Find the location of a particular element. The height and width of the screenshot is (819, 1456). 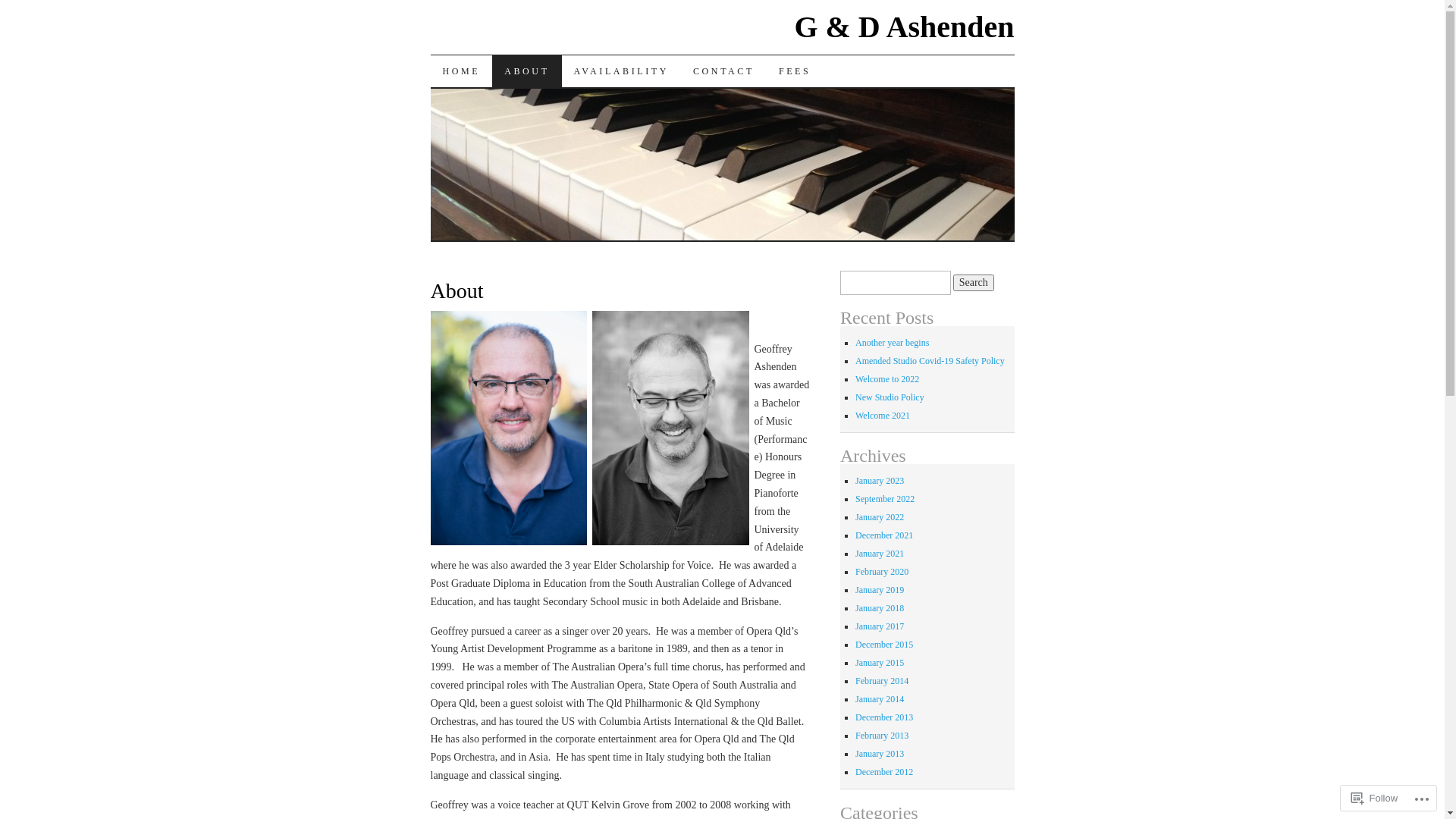

'G & D Ashenden' is located at coordinates (903, 27).